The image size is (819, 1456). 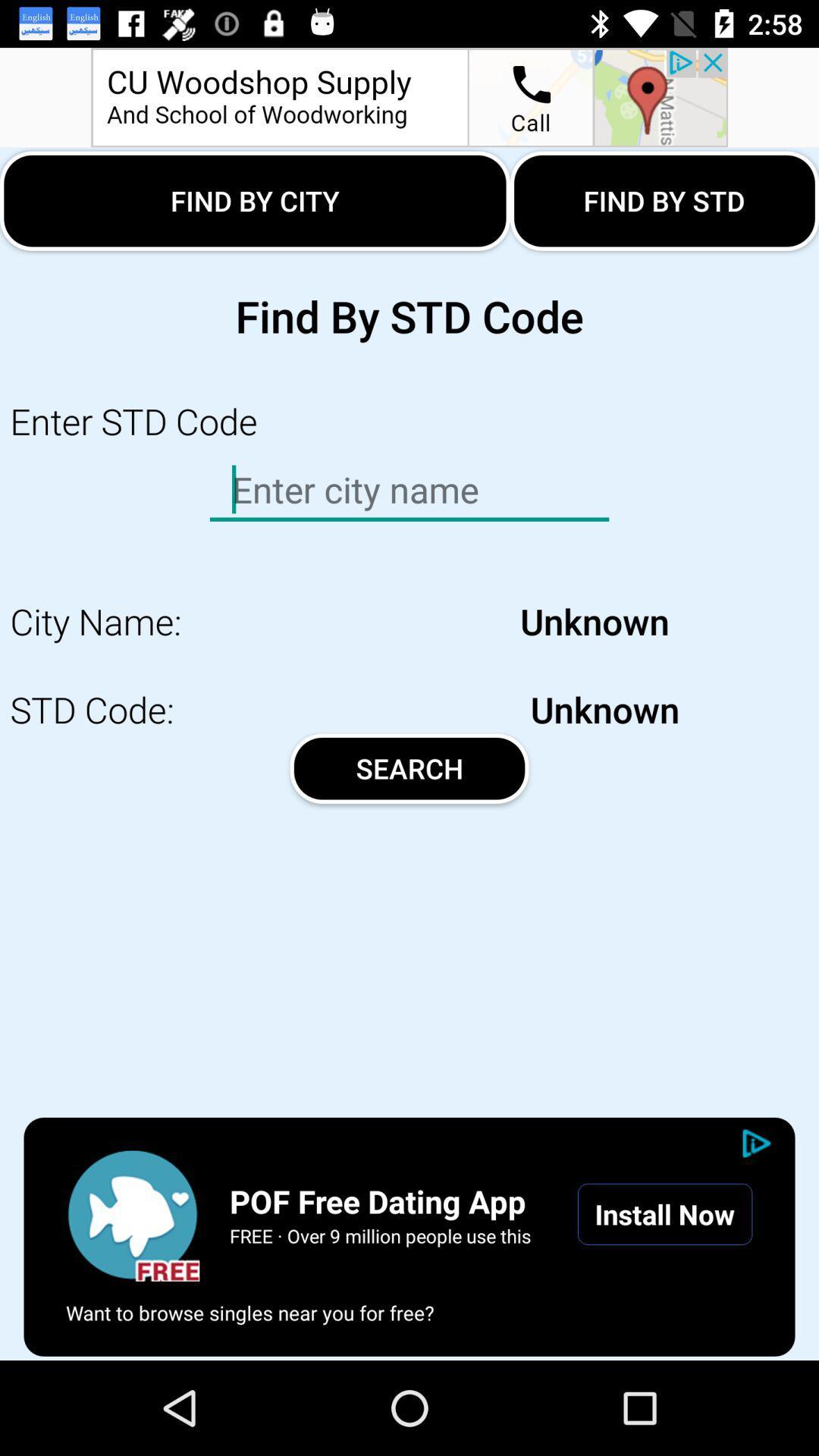 What do you see at coordinates (132, 1214) in the screenshot?
I see `open browser` at bounding box center [132, 1214].